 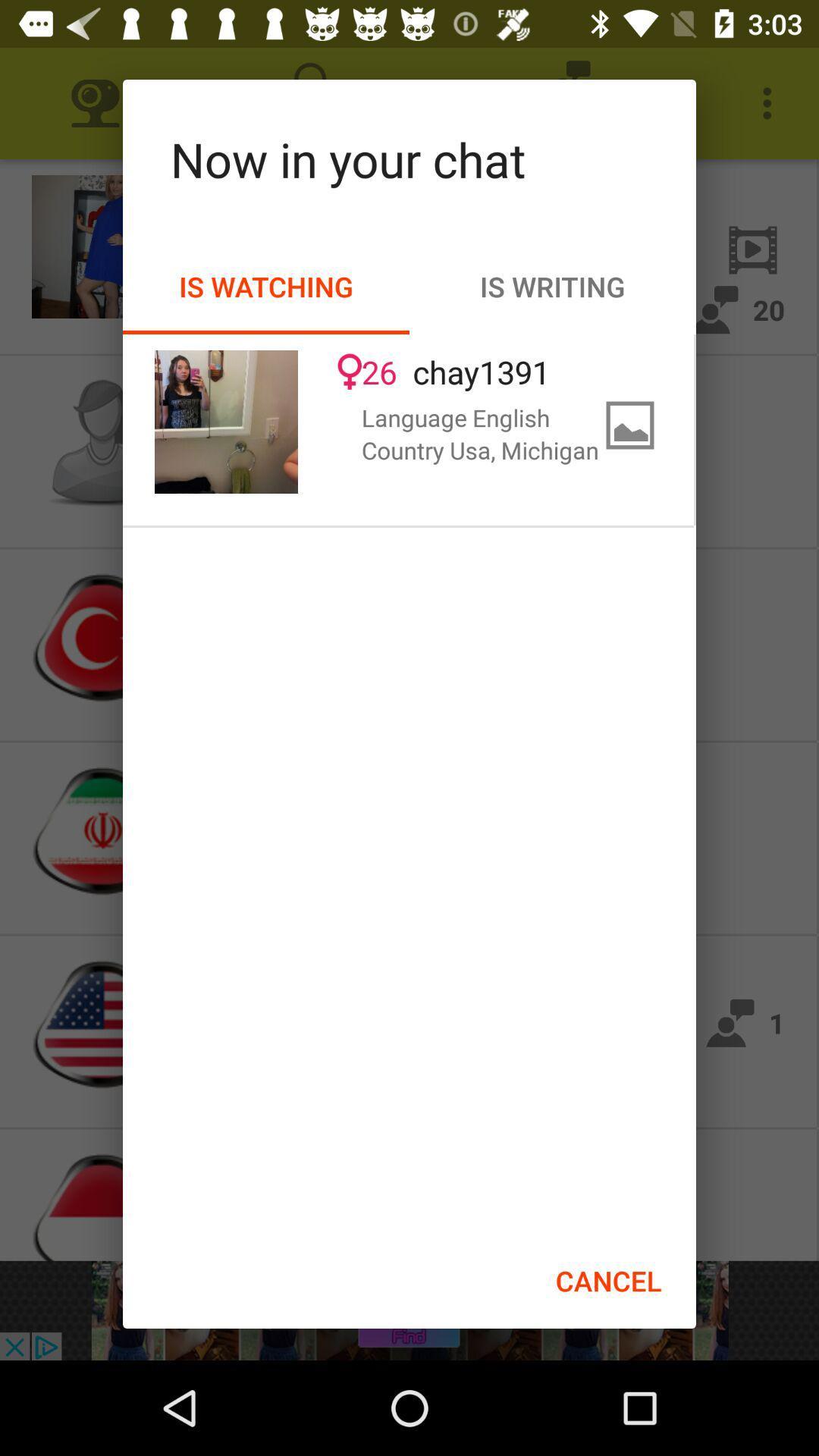 What do you see at coordinates (226, 422) in the screenshot?
I see `profile` at bounding box center [226, 422].